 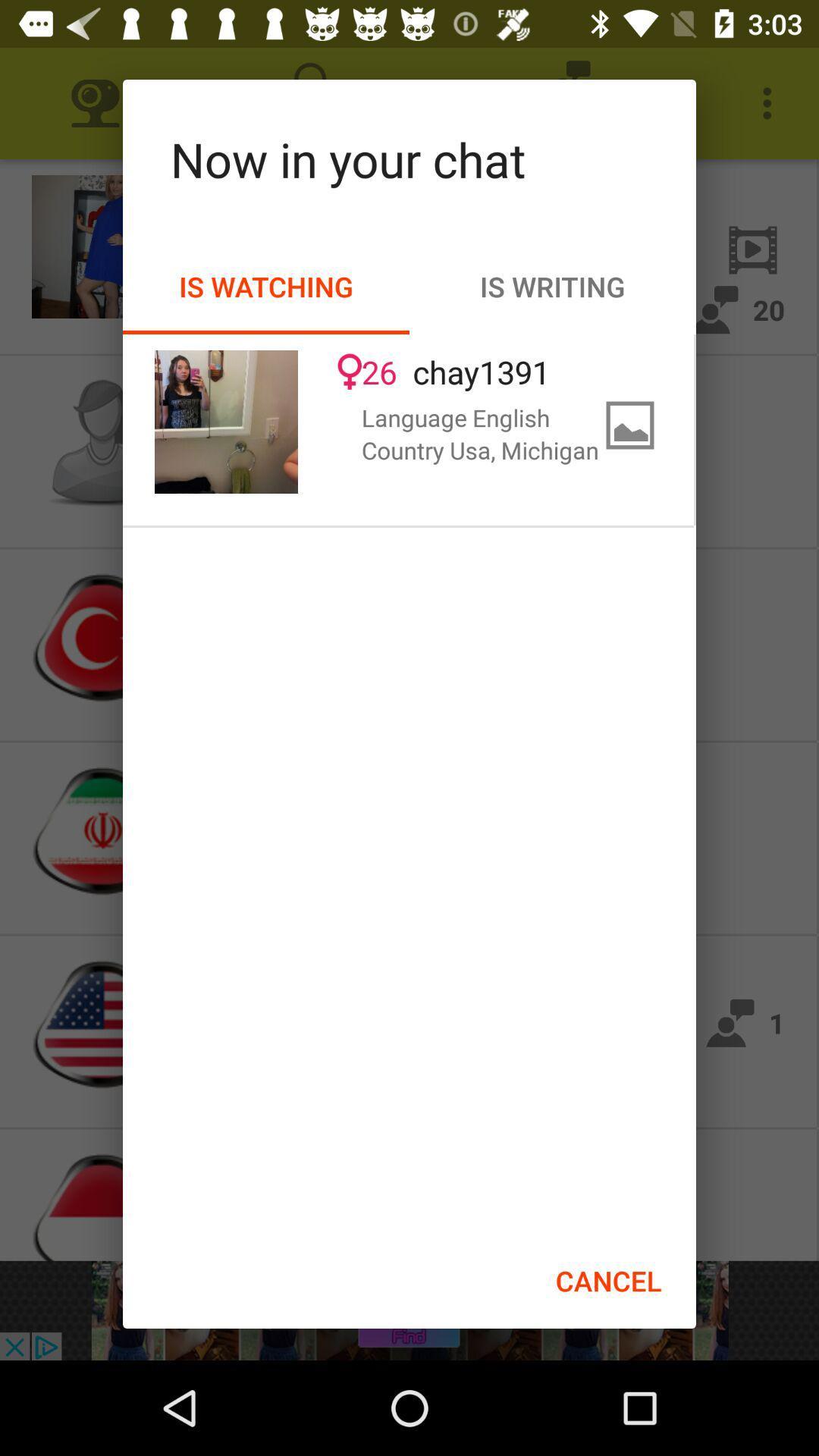 What do you see at coordinates (226, 422) in the screenshot?
I see `profile` at bounding box center [226, 422].